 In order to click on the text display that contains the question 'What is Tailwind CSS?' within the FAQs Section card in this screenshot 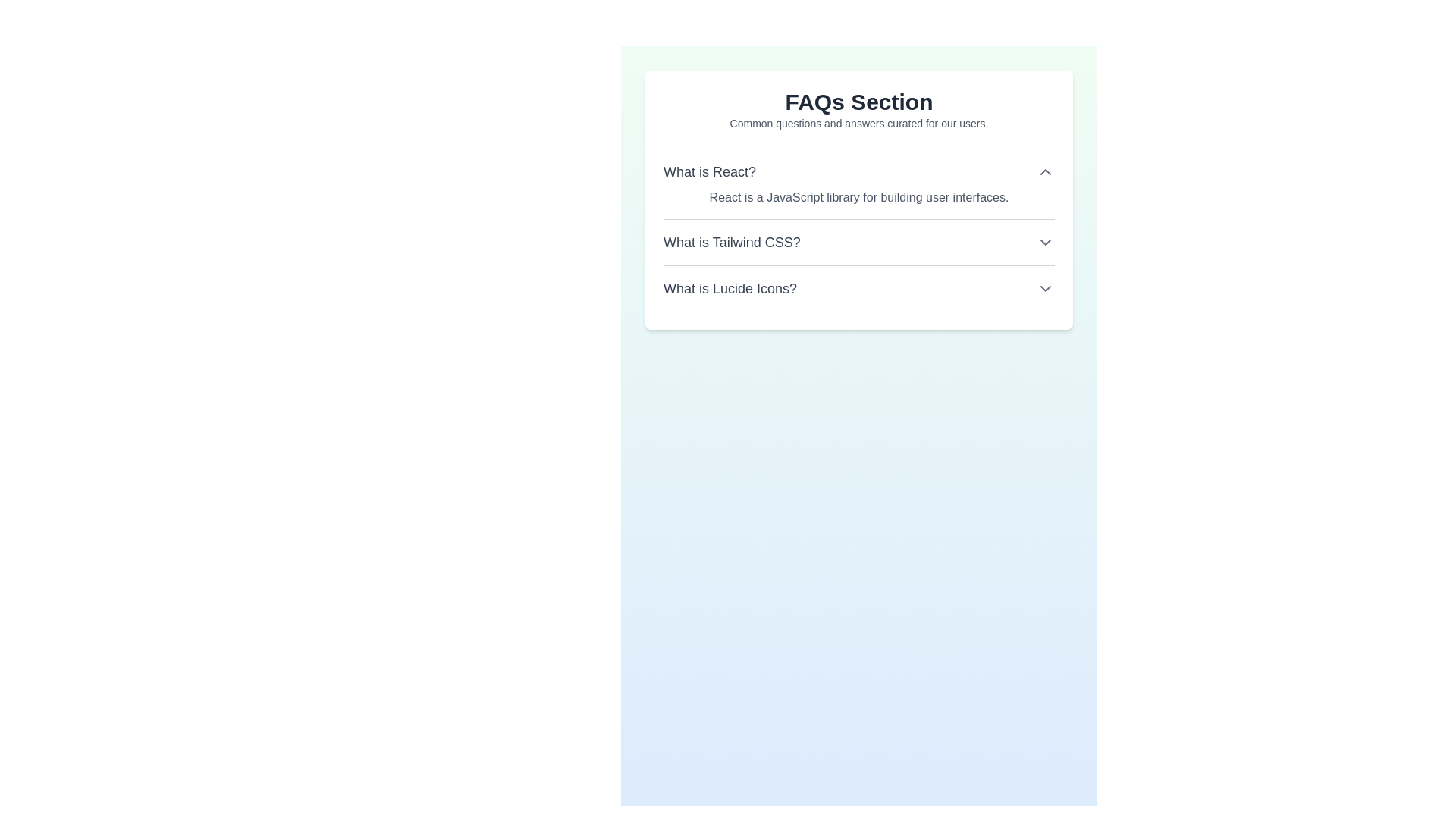, I will do `click(732, 242)`.